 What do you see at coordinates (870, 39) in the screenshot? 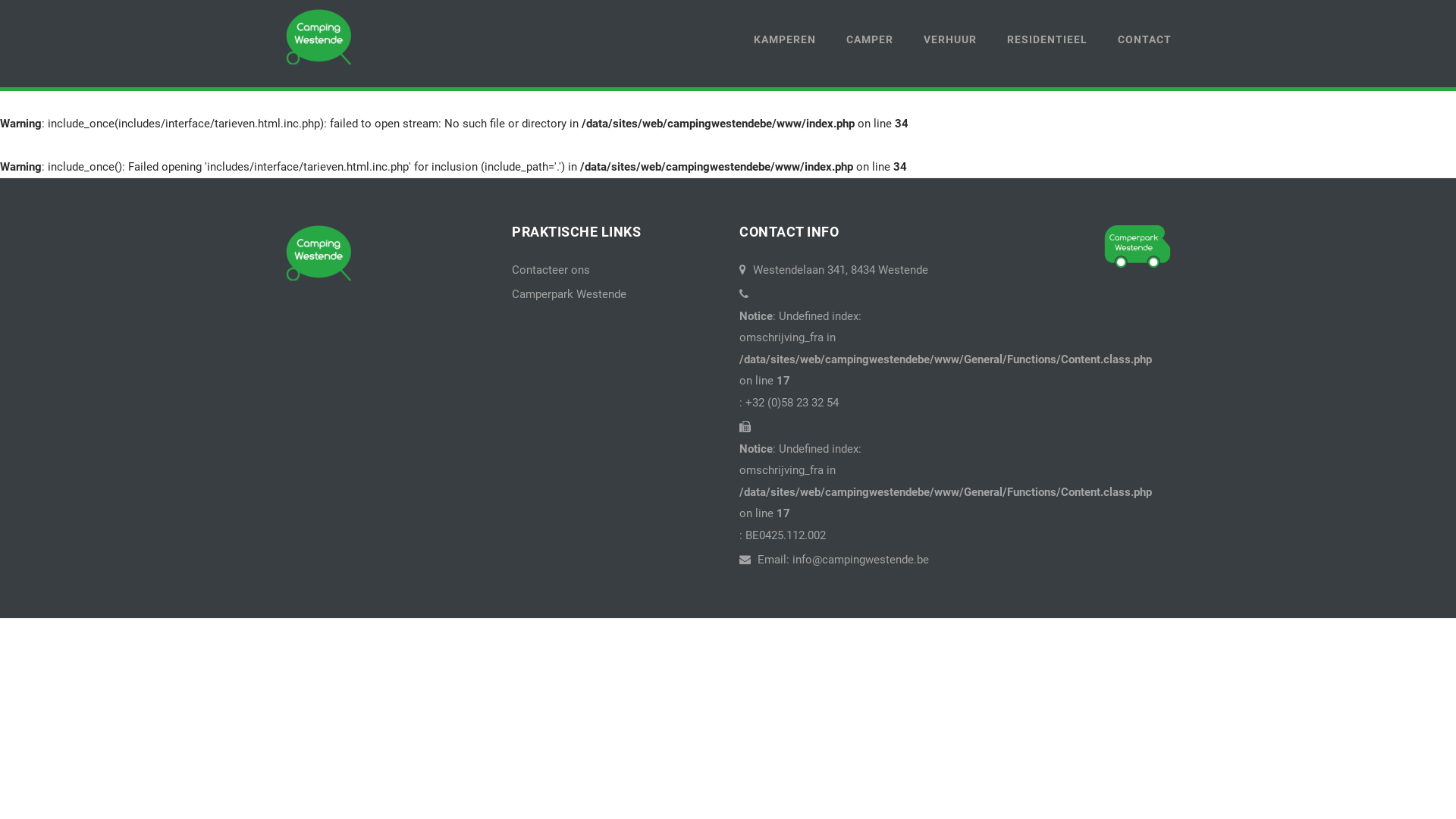
I see `'CAMPER'` at bounding box center [870, 39].